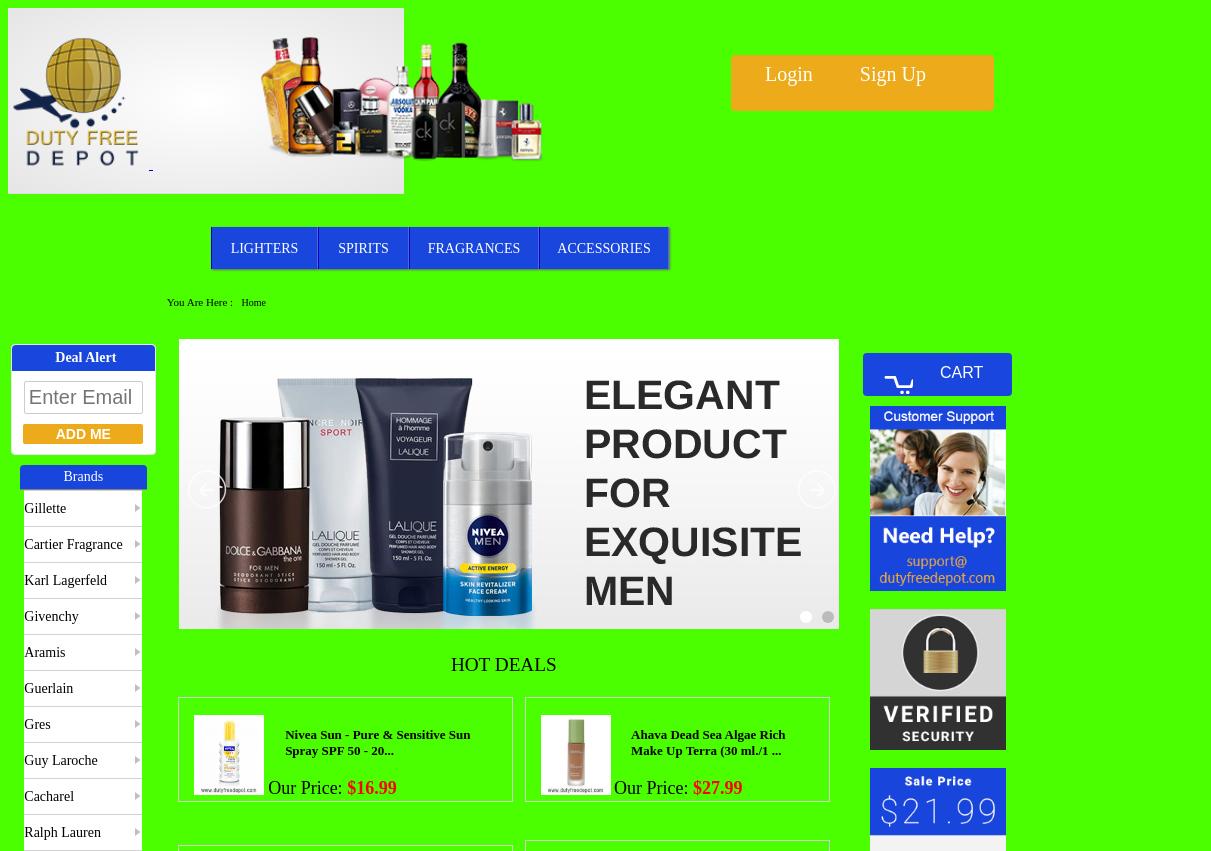 This screenshot has width=1211, height=851. I want to click on 'Ahava Dead Sea Algae Rich Make Up Terra (30 ml./1 ...', so click(706, 741).